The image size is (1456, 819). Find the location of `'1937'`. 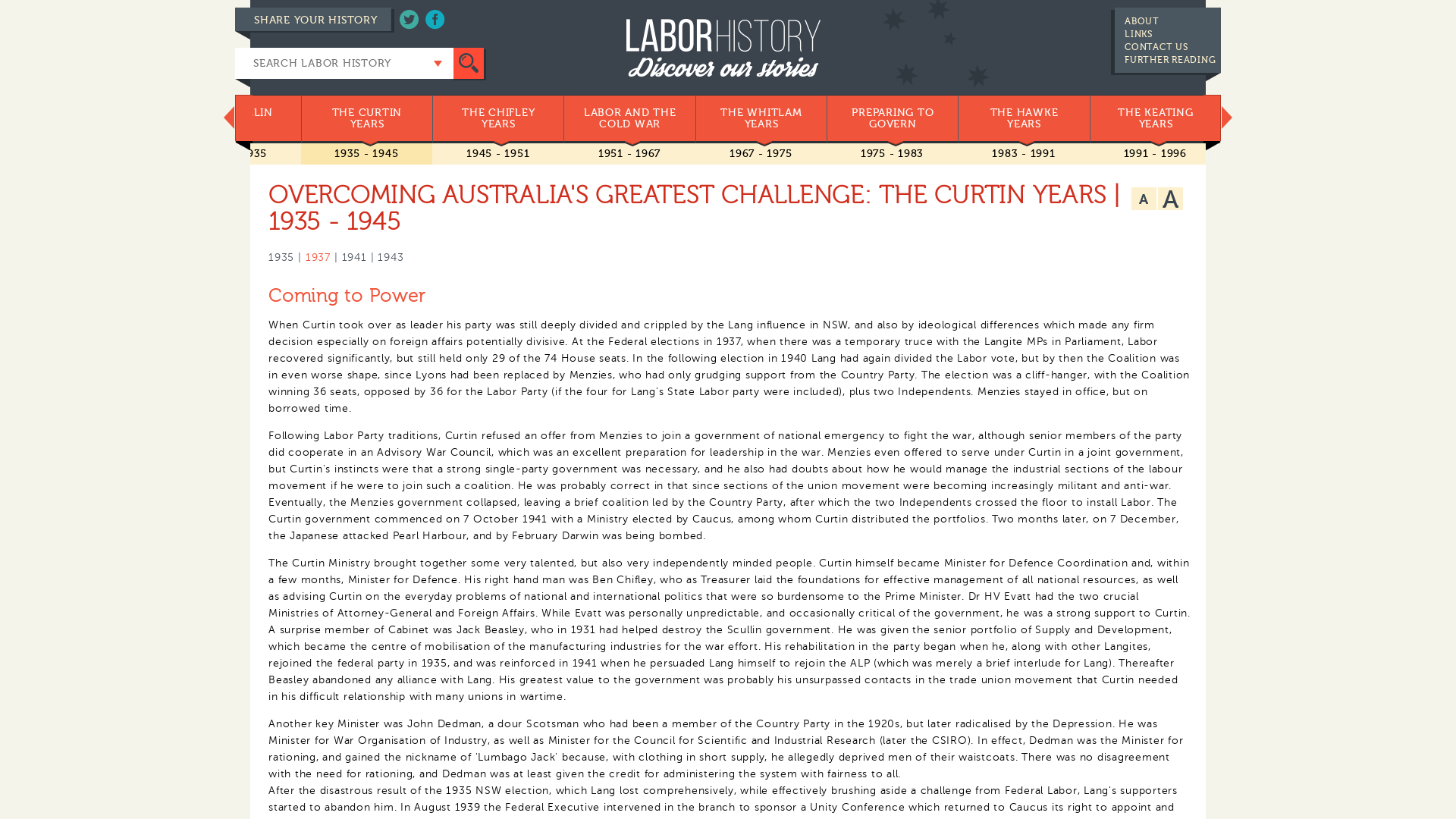

'1937' is located at coordinates (317, 256).